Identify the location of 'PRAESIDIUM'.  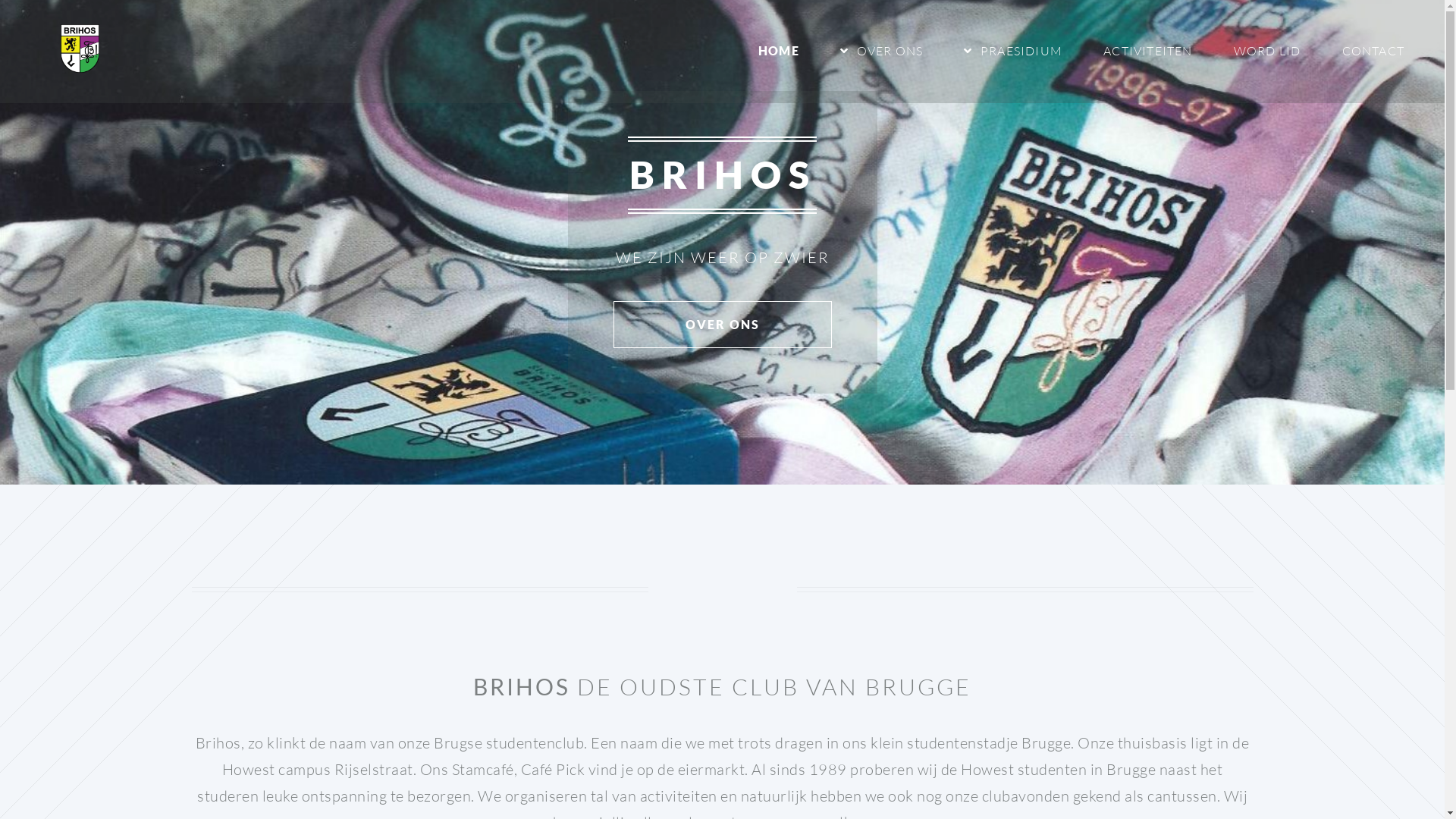
(952, 50).